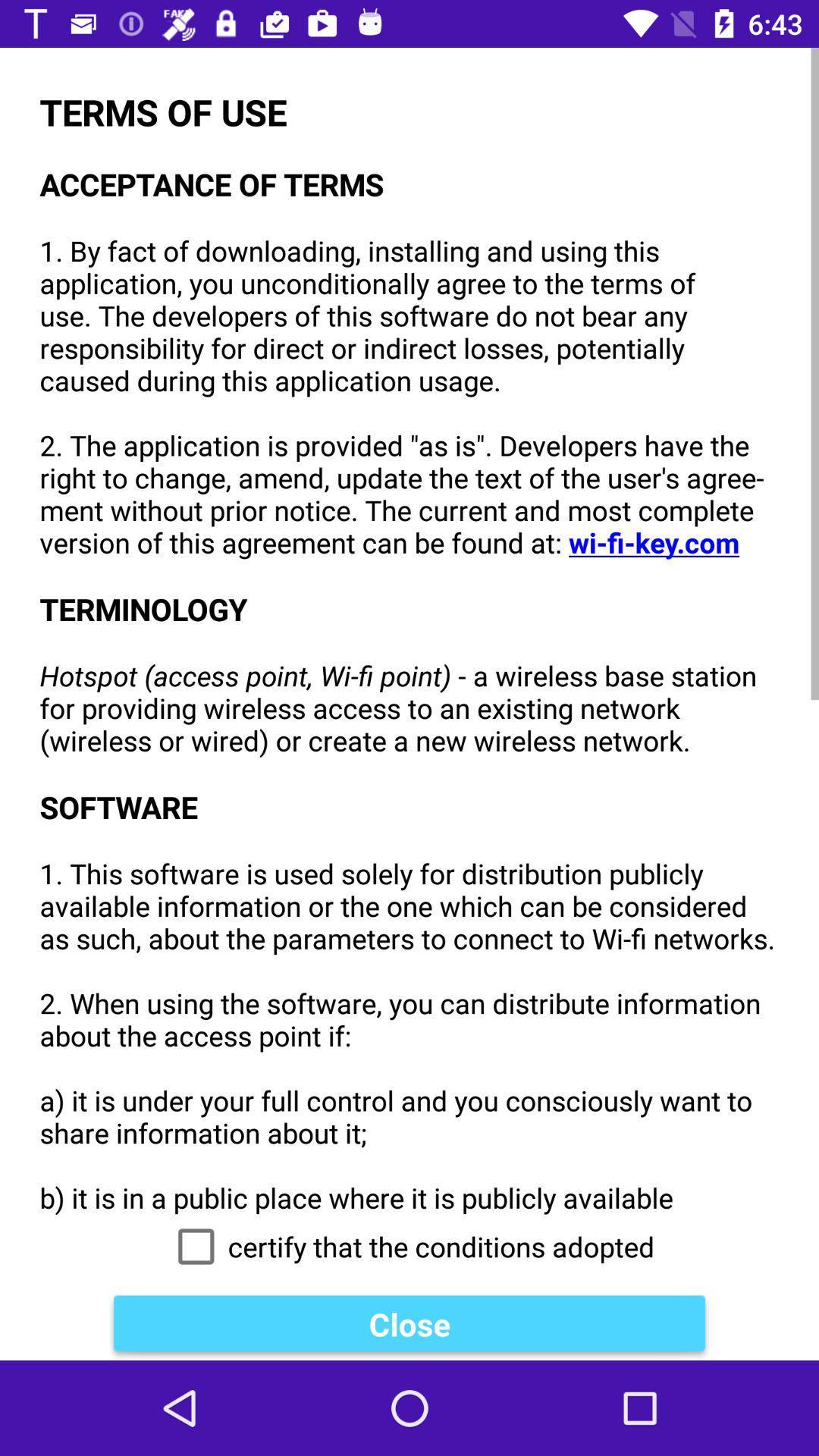 This screenshot has width=819, height=1456. I want to click on icon below the terms of use icon, so click(409, 1247).